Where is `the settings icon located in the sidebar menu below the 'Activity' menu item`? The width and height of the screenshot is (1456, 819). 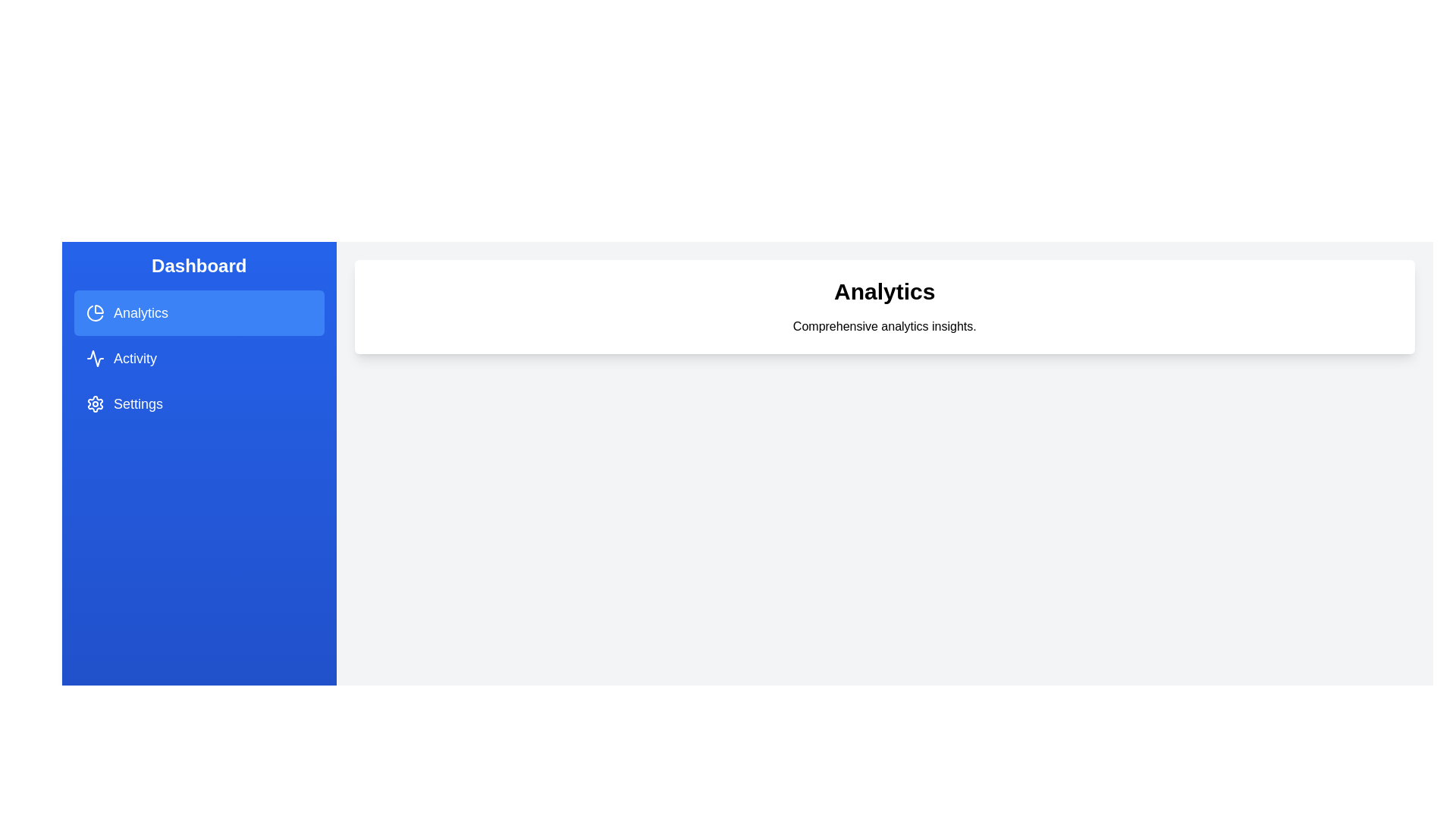 the settings icon located in the sidebar menu below the 'Activity' menu item is located at coordinates (94, 403).